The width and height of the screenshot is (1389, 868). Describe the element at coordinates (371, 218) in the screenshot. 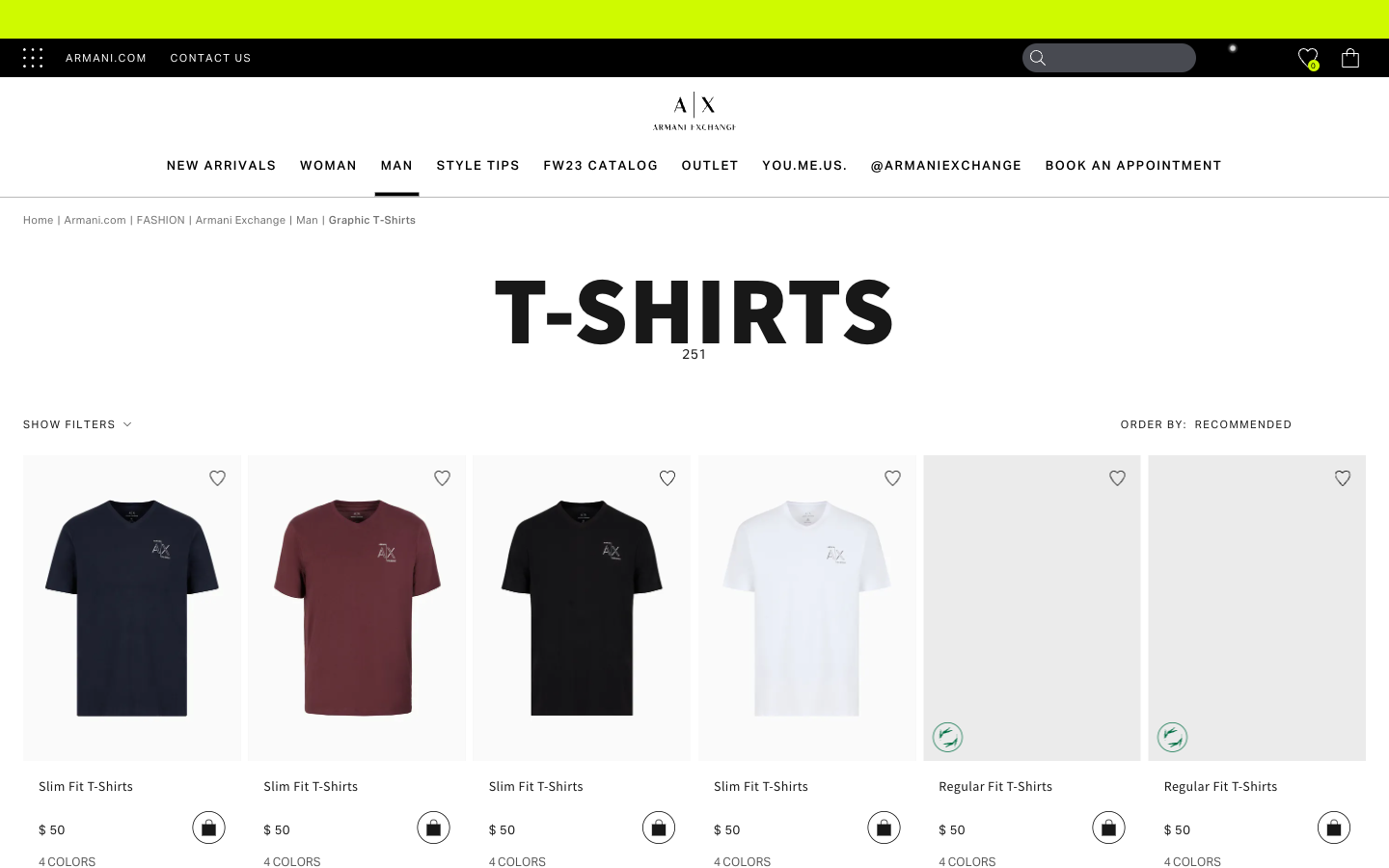

I see `the graphic T-shirts category to view its content` at that location.